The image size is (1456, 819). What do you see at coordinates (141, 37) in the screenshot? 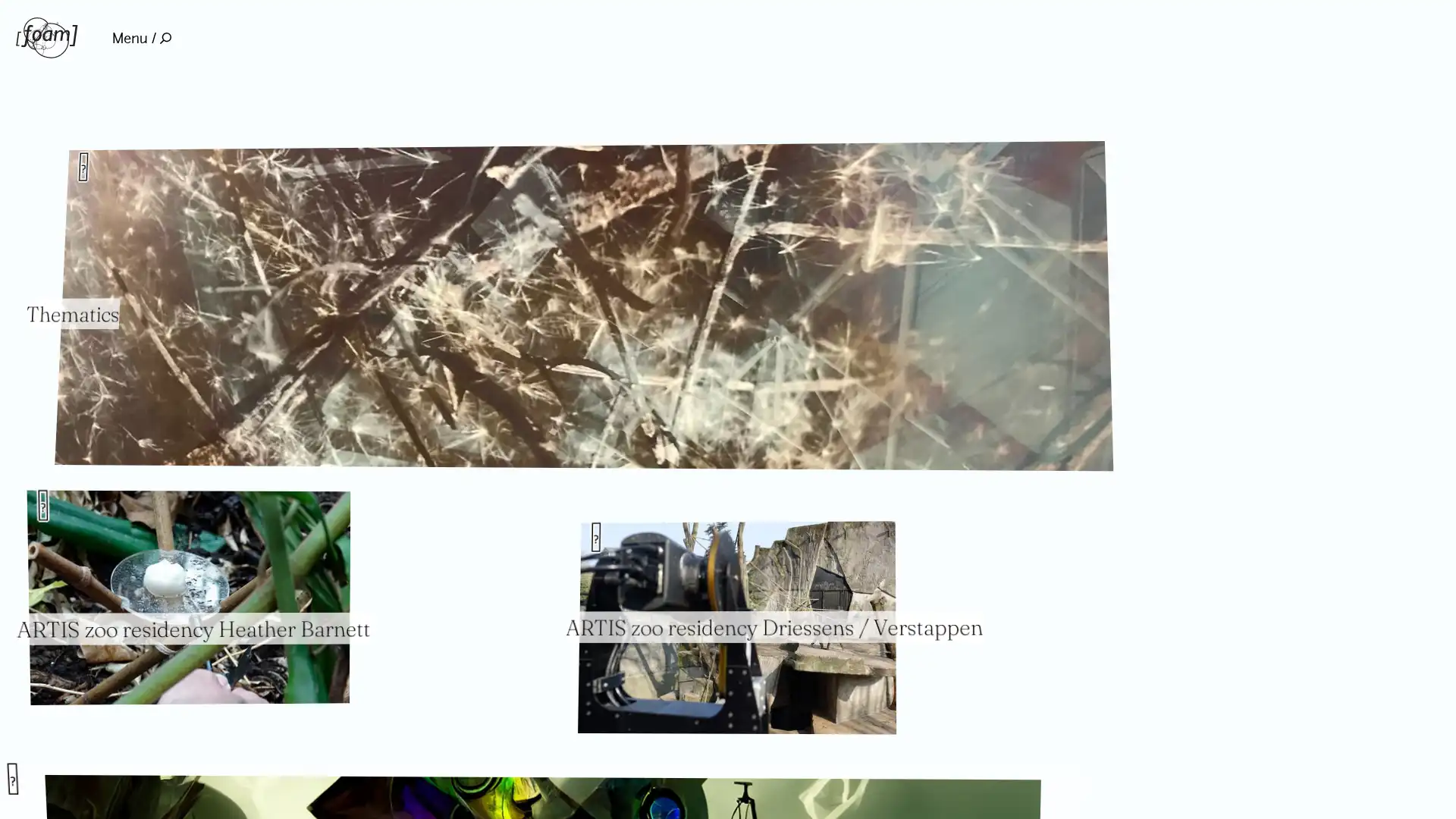
I see `Menu /` at bounding box center [141, 37].